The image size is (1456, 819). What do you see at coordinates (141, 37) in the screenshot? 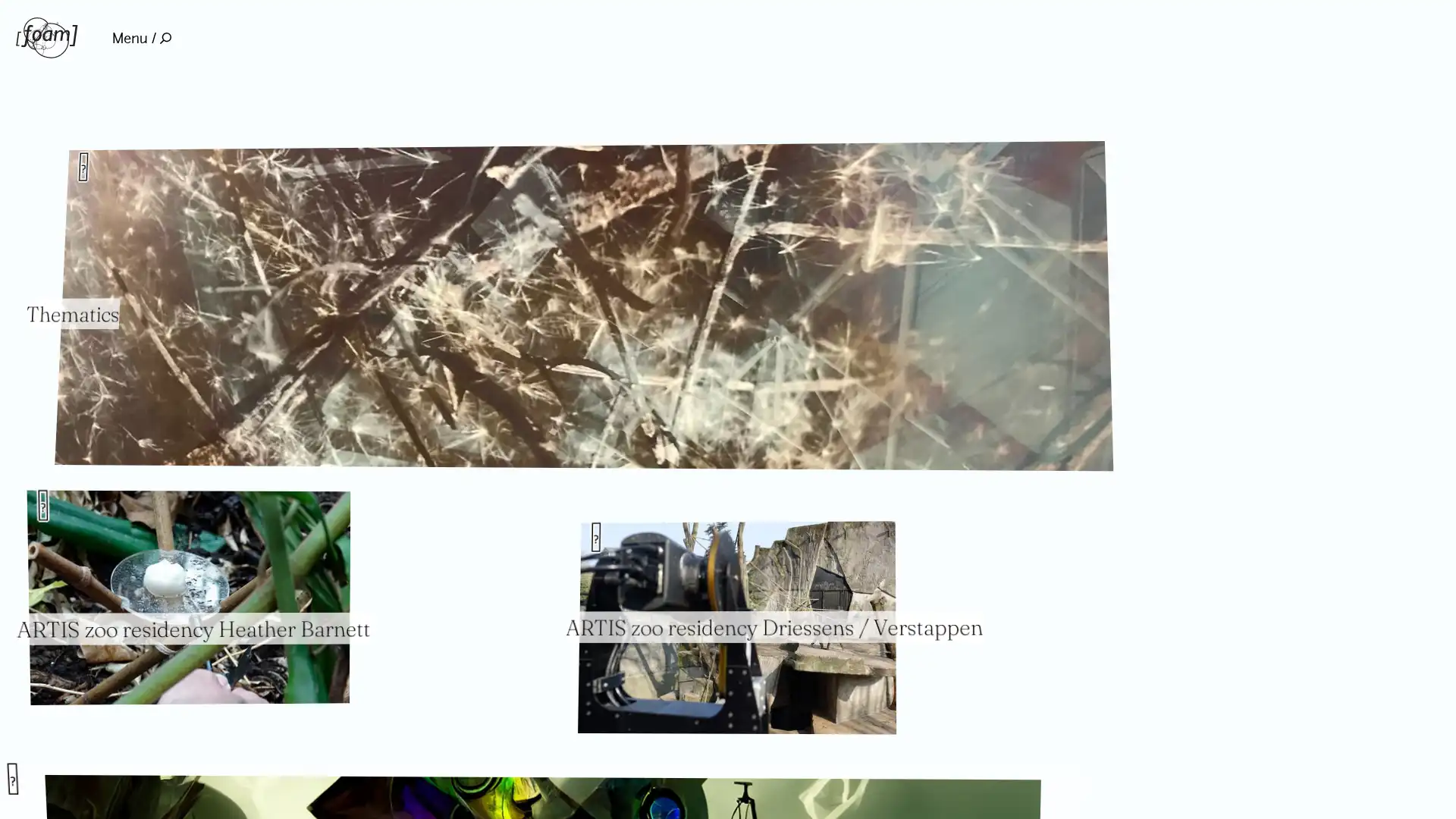
I see `Menu /` at bounding box center [141, 37].